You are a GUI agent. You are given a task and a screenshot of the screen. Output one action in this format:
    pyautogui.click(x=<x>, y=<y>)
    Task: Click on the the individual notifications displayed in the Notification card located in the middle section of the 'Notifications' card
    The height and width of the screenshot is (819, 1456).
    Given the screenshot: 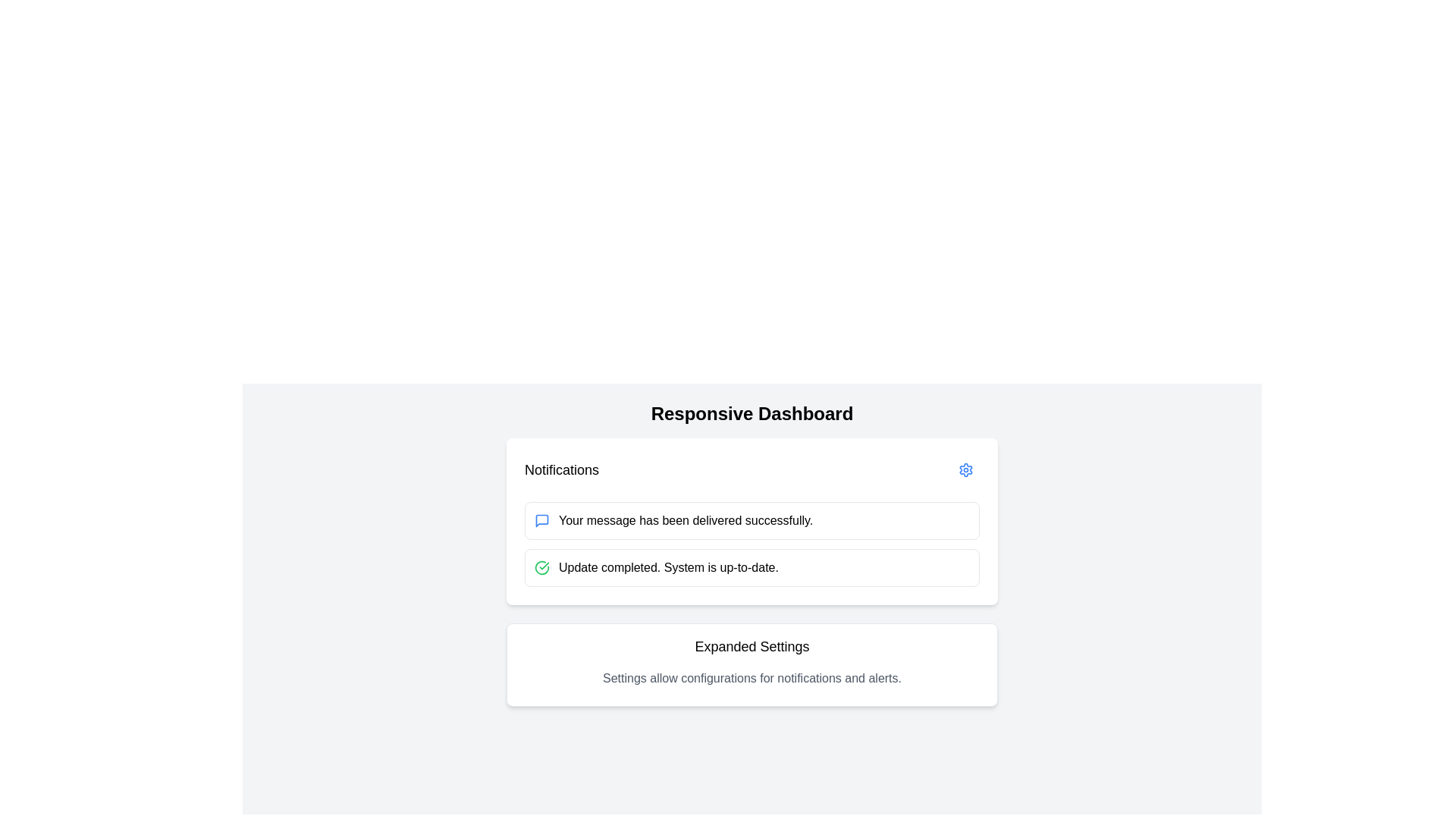 What is the action you would take?
    pyautogui.click(x=752, y=543)
    